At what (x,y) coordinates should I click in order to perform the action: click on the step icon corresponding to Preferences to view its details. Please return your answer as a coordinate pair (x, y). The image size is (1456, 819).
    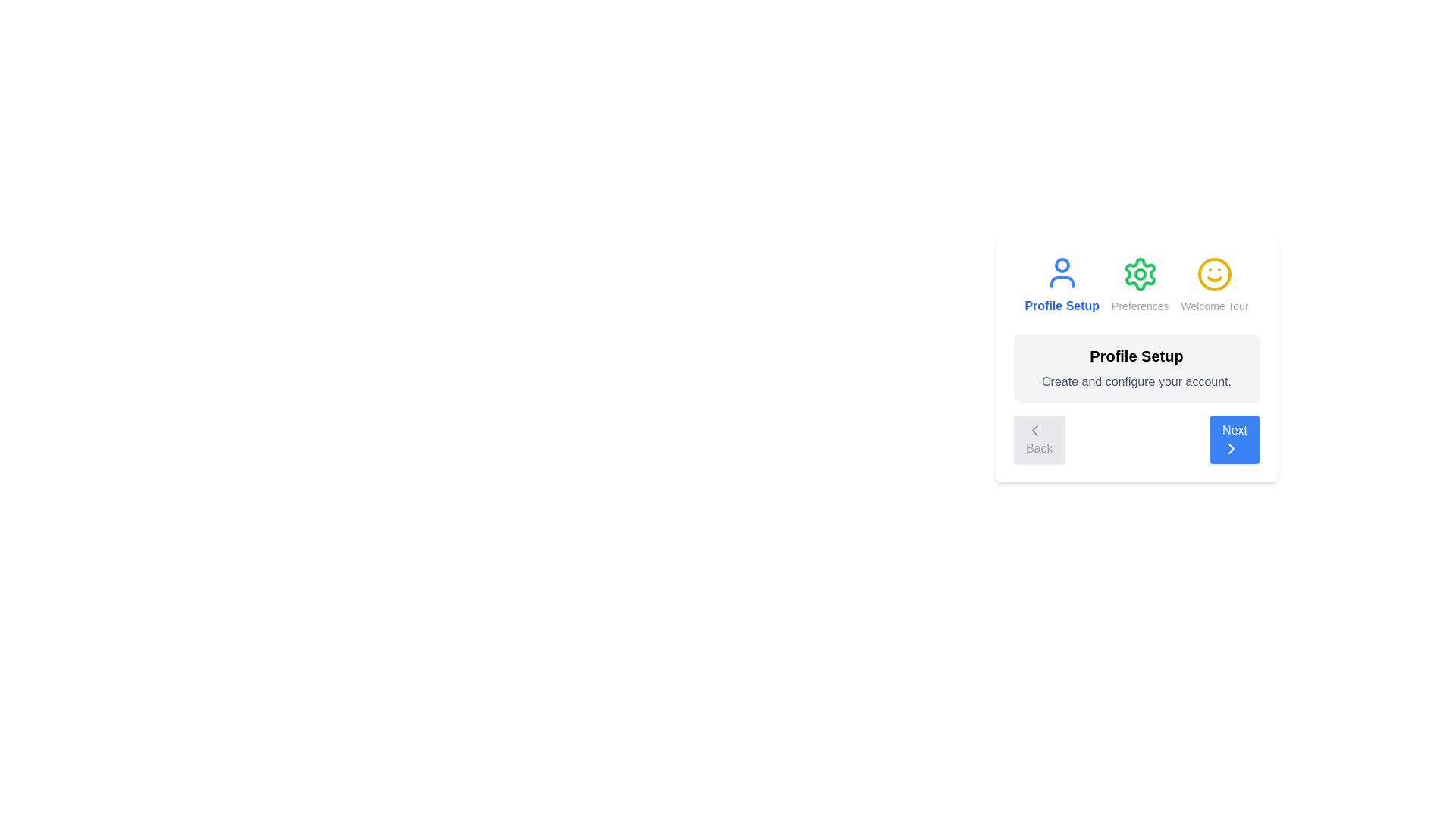
    Looking at the image, I should click on (1140, 284).